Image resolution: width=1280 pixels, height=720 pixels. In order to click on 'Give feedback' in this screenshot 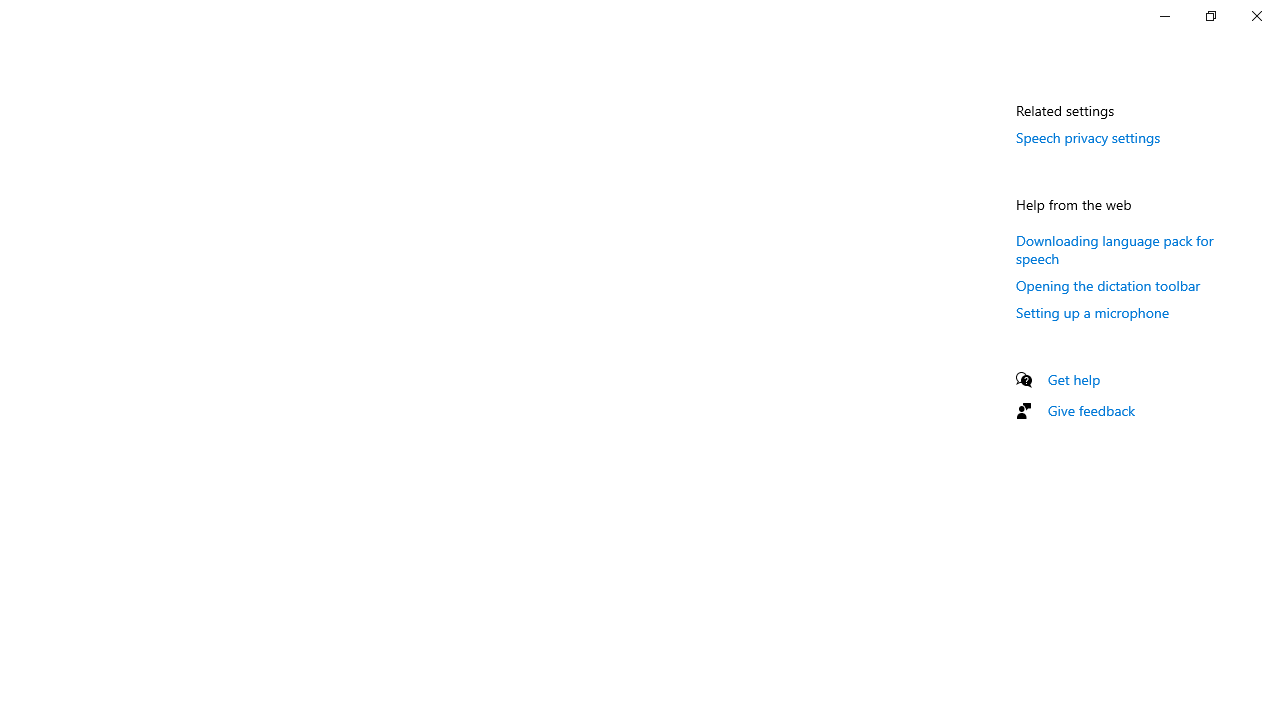, I will do `click(1090, 409)`.